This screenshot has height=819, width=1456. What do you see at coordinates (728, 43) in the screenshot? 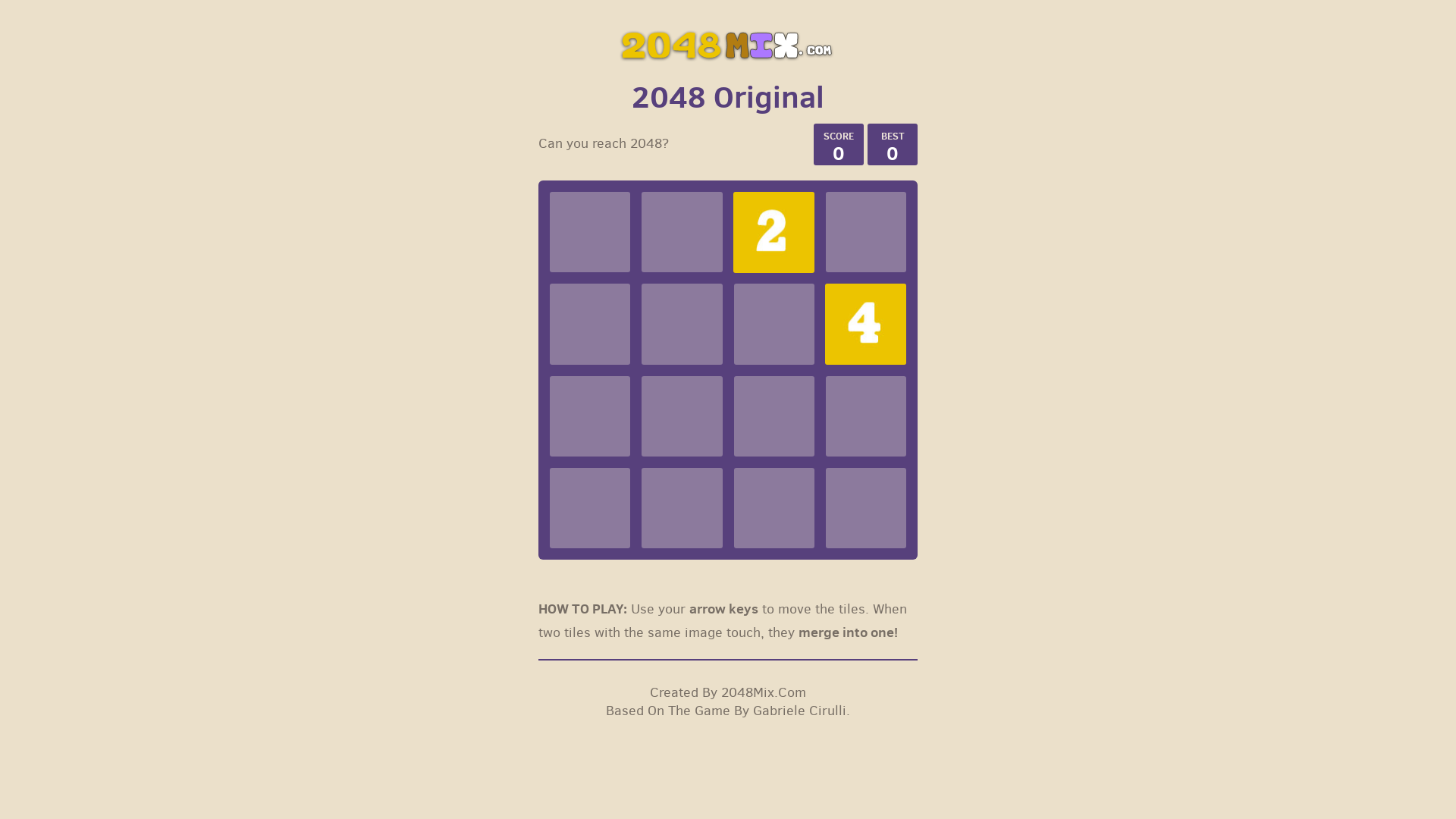
I see `'2048 Mix'` at bounding box center [728, 43].